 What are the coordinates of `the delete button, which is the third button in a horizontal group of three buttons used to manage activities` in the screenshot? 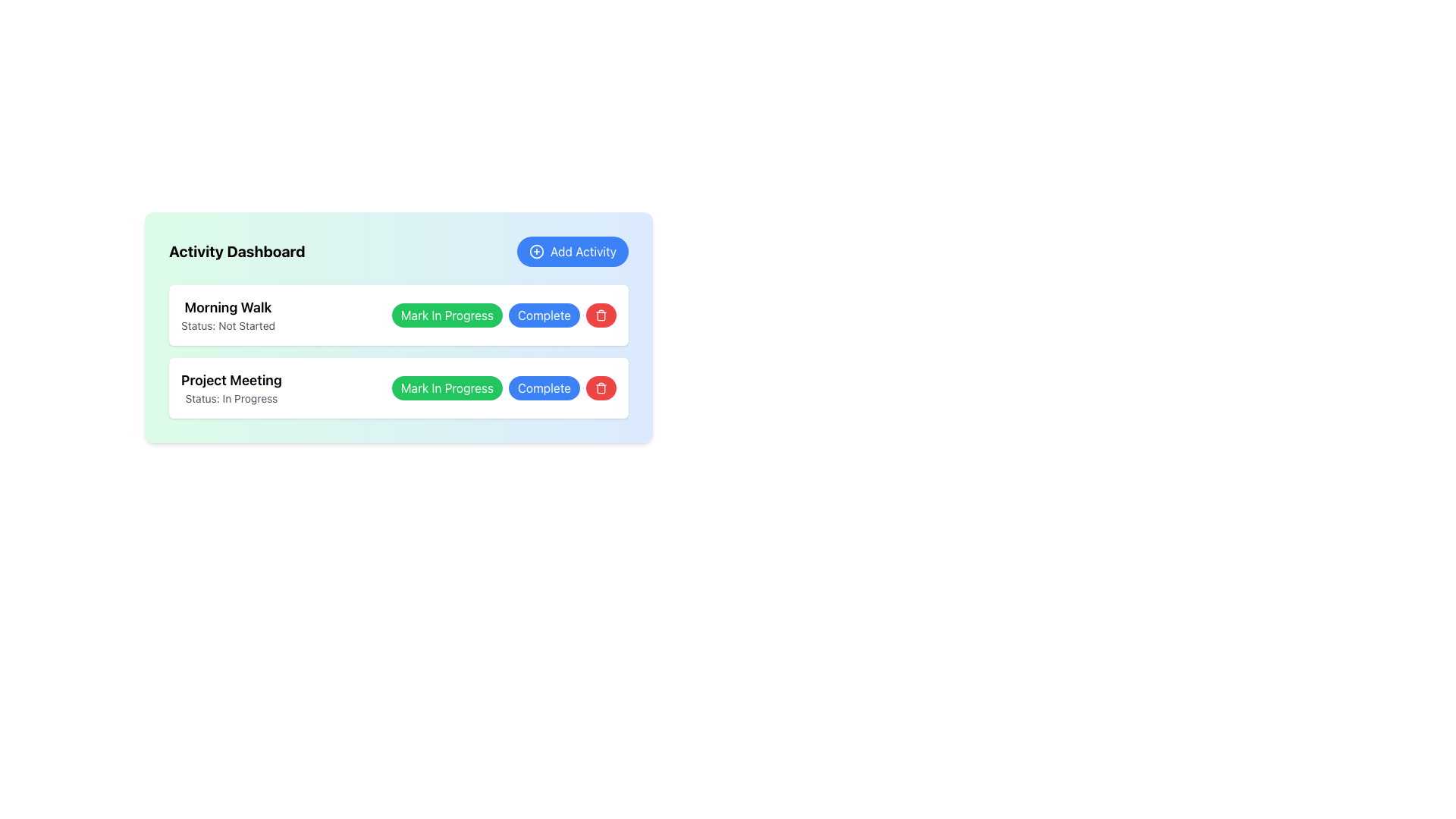 It's located at (600, 315).